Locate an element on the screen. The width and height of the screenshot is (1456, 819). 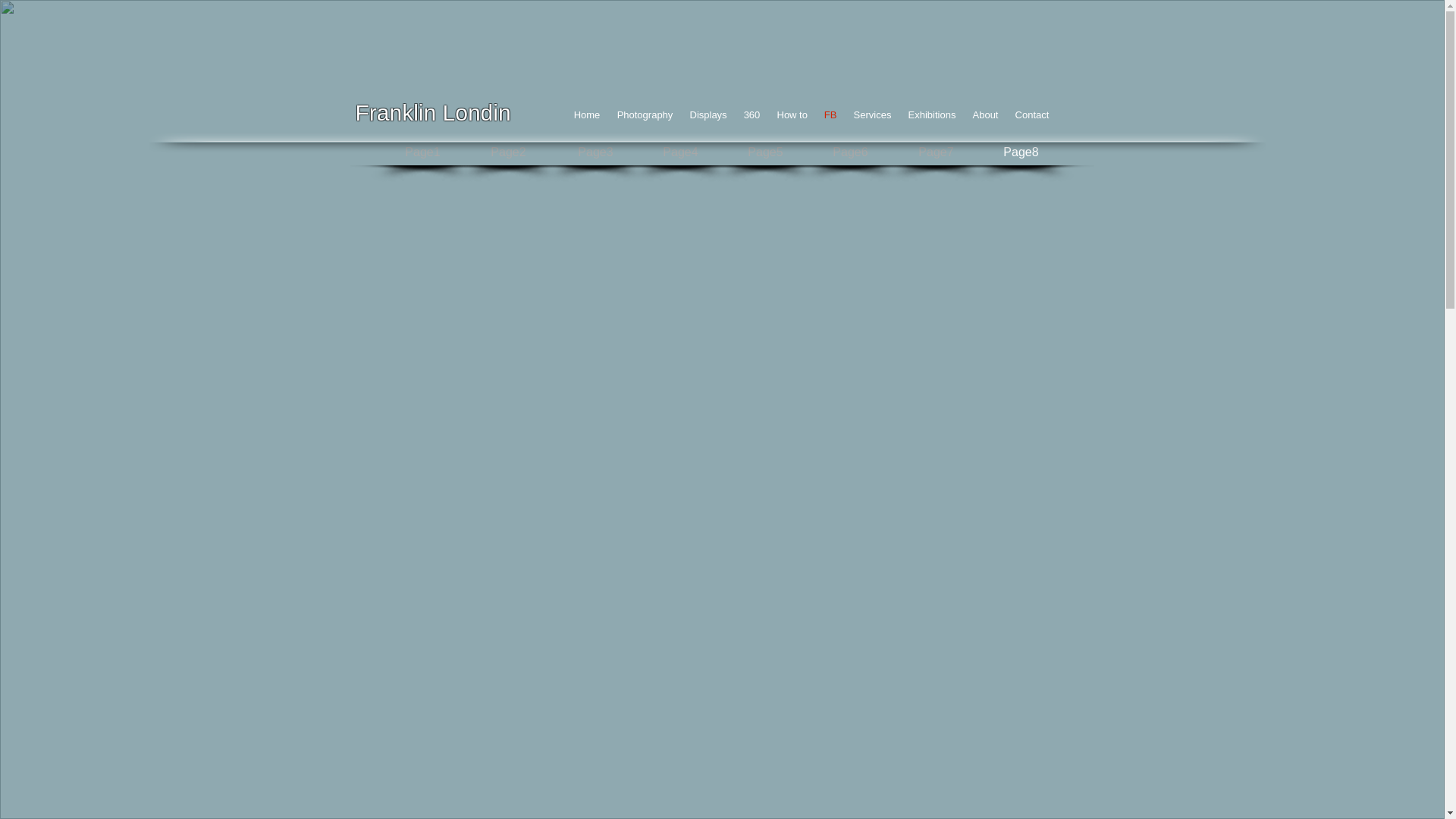
'FB' is located at coordinates (830, 114).